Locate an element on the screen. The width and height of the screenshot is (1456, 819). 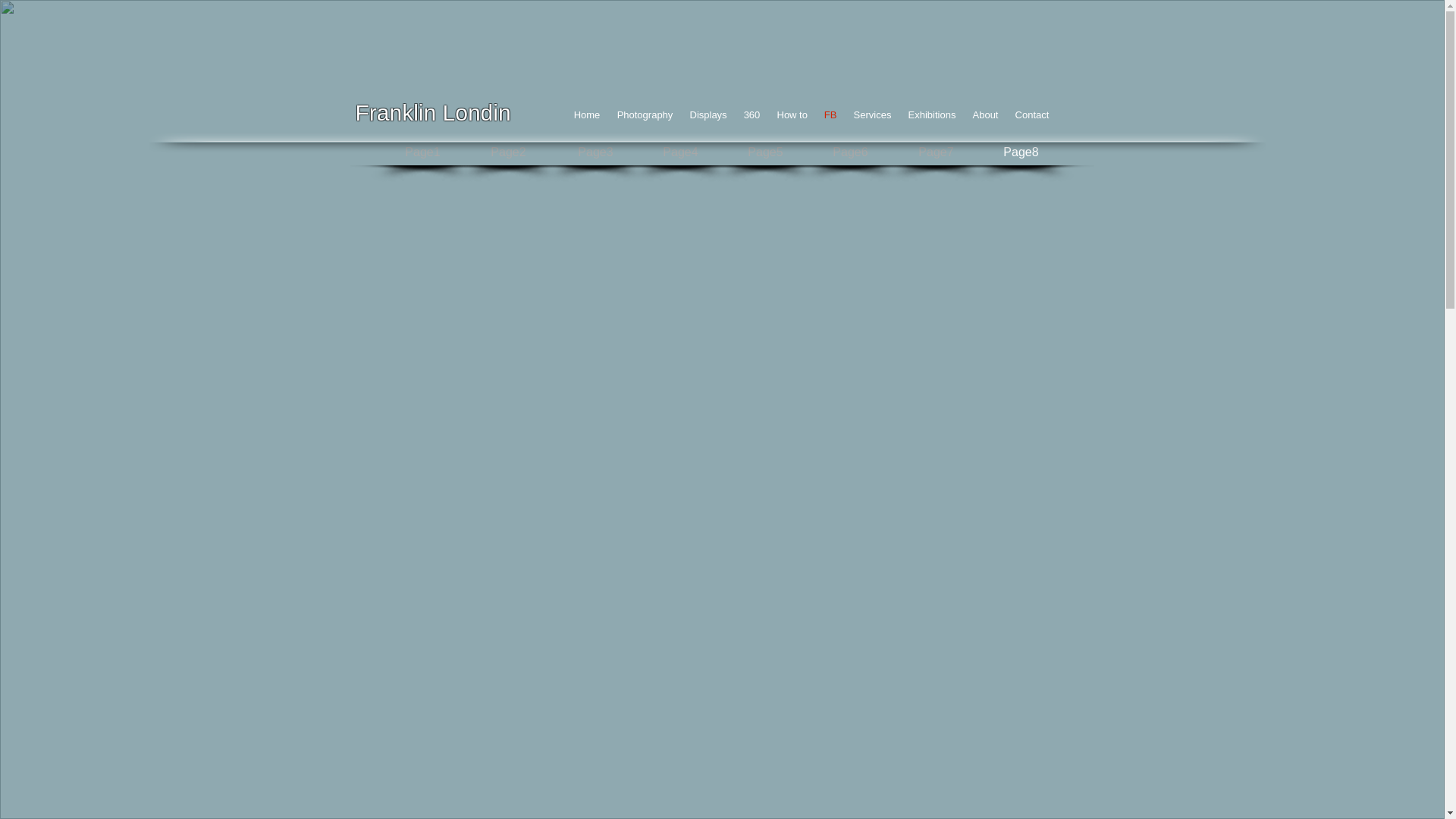
'FB' is located at coordinates (830, 114).